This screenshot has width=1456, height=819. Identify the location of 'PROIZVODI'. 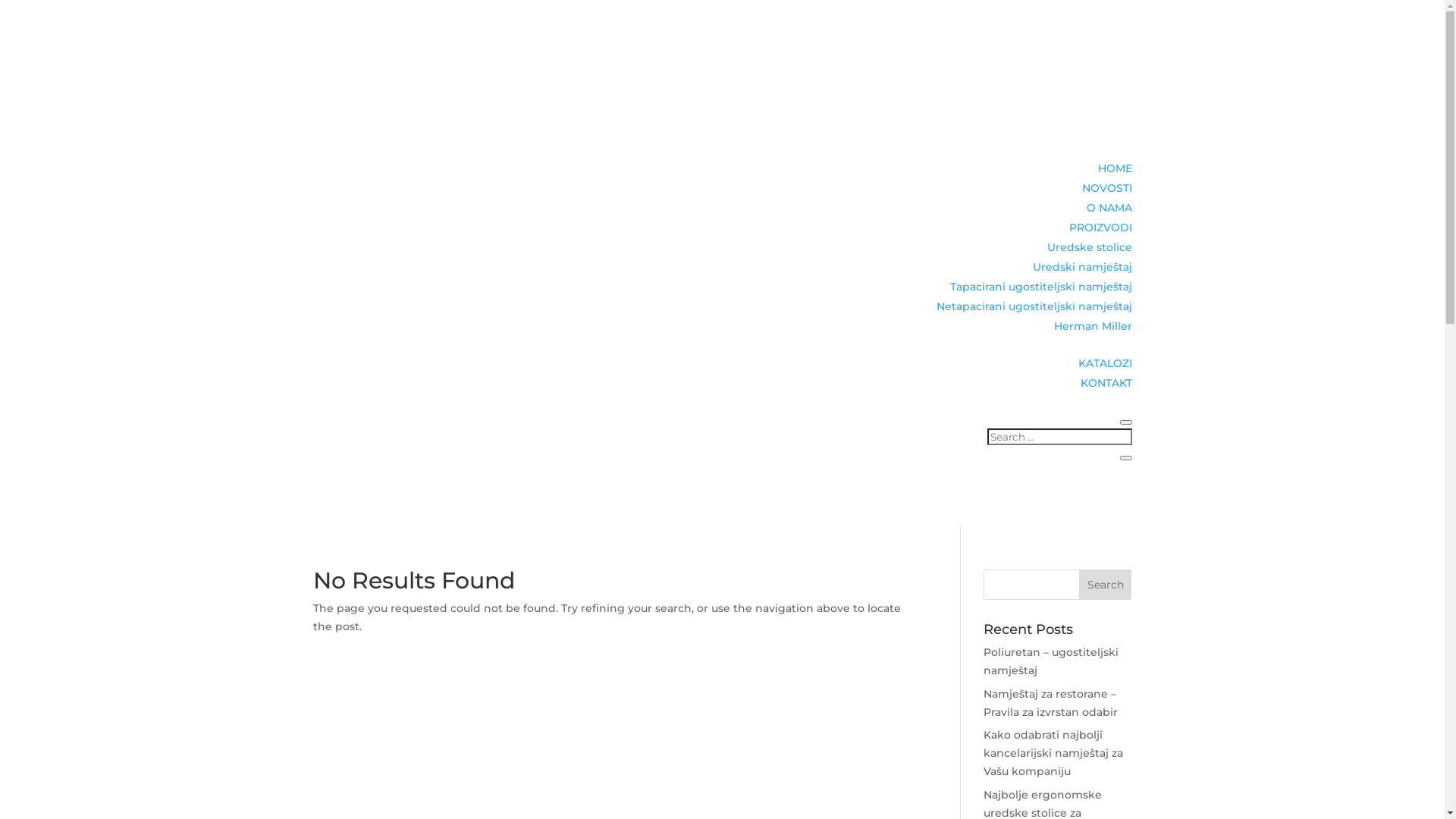
(1100, 227).